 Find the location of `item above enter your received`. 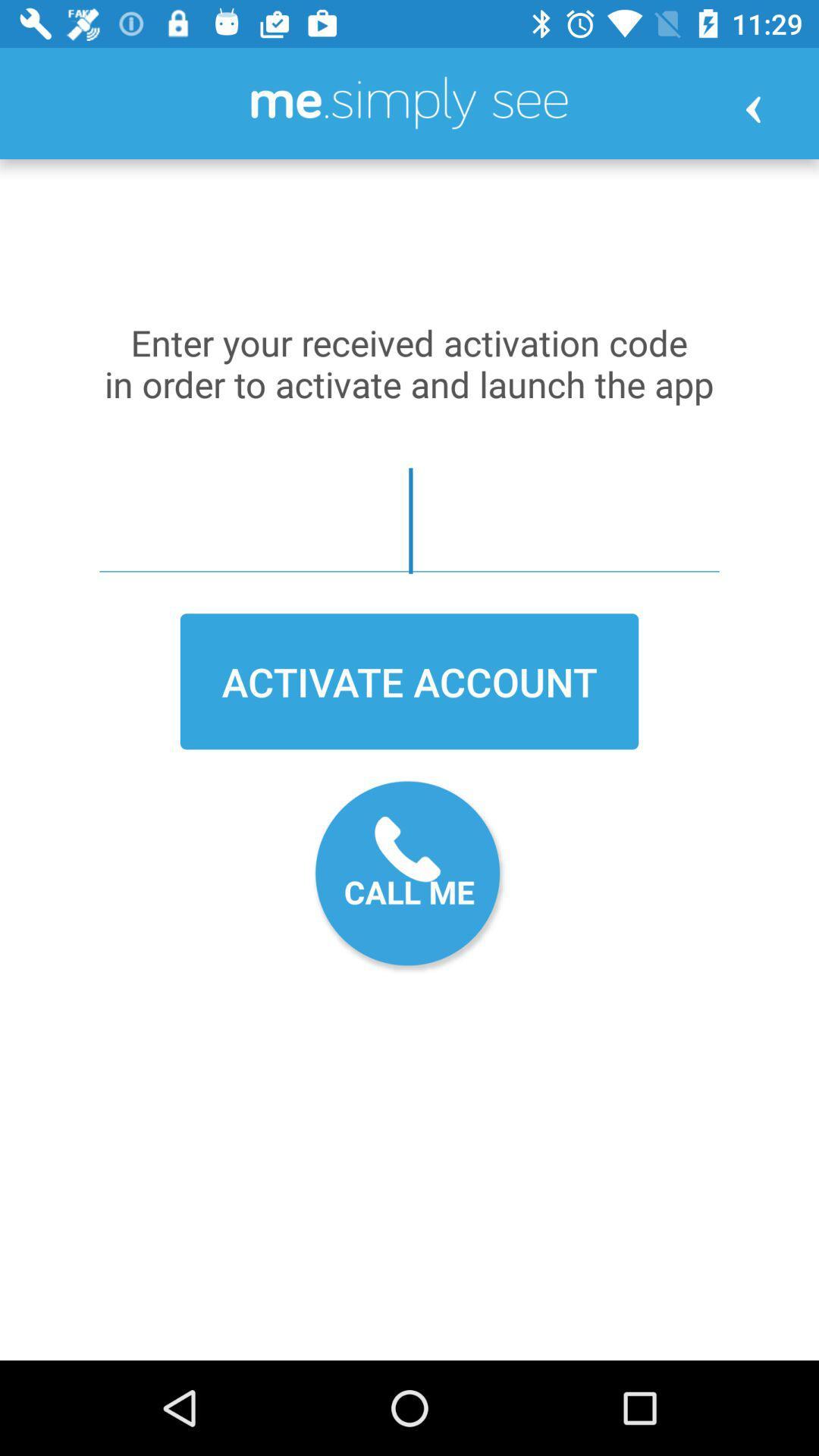

item above enter your received is located at coordinates (753, 108).